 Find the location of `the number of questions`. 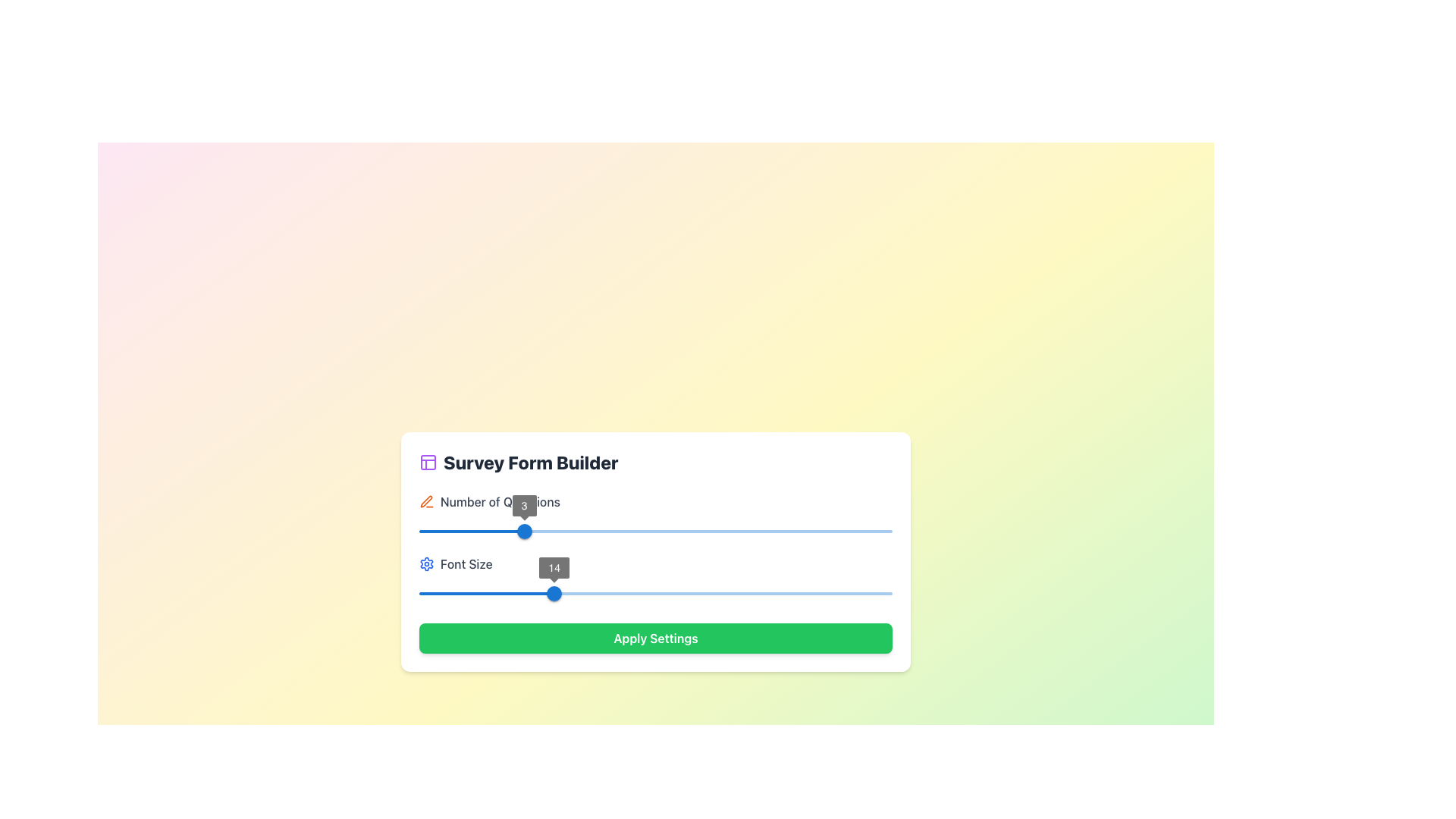

the number of questions is located at coordinates (735, 531).